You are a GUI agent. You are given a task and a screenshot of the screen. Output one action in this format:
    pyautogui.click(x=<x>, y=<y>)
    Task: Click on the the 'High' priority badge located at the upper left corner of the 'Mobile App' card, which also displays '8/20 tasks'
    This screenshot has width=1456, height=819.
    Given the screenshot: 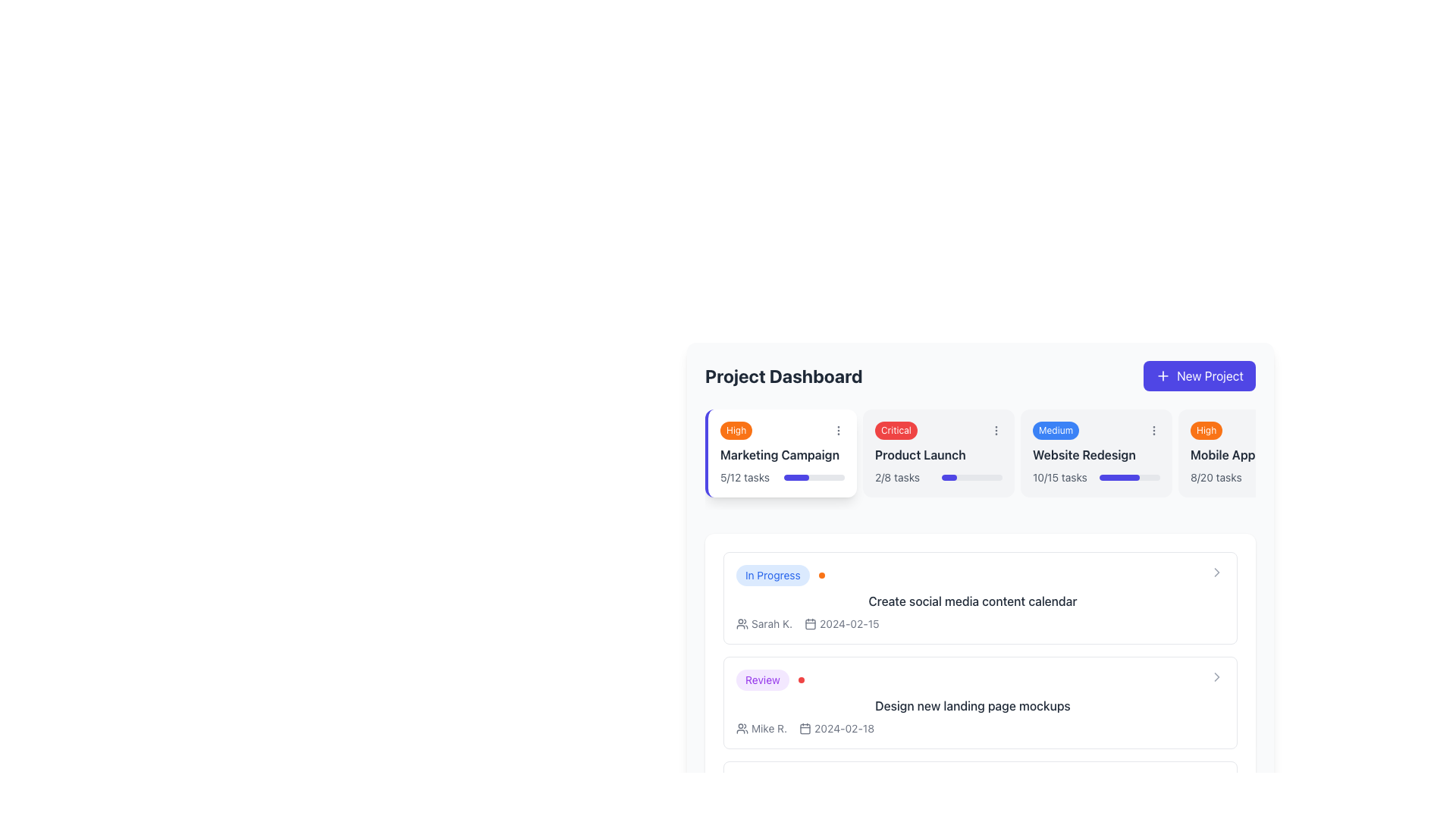 What is the action you would take?
    pyautogui.click(x=1254, y=430)
    